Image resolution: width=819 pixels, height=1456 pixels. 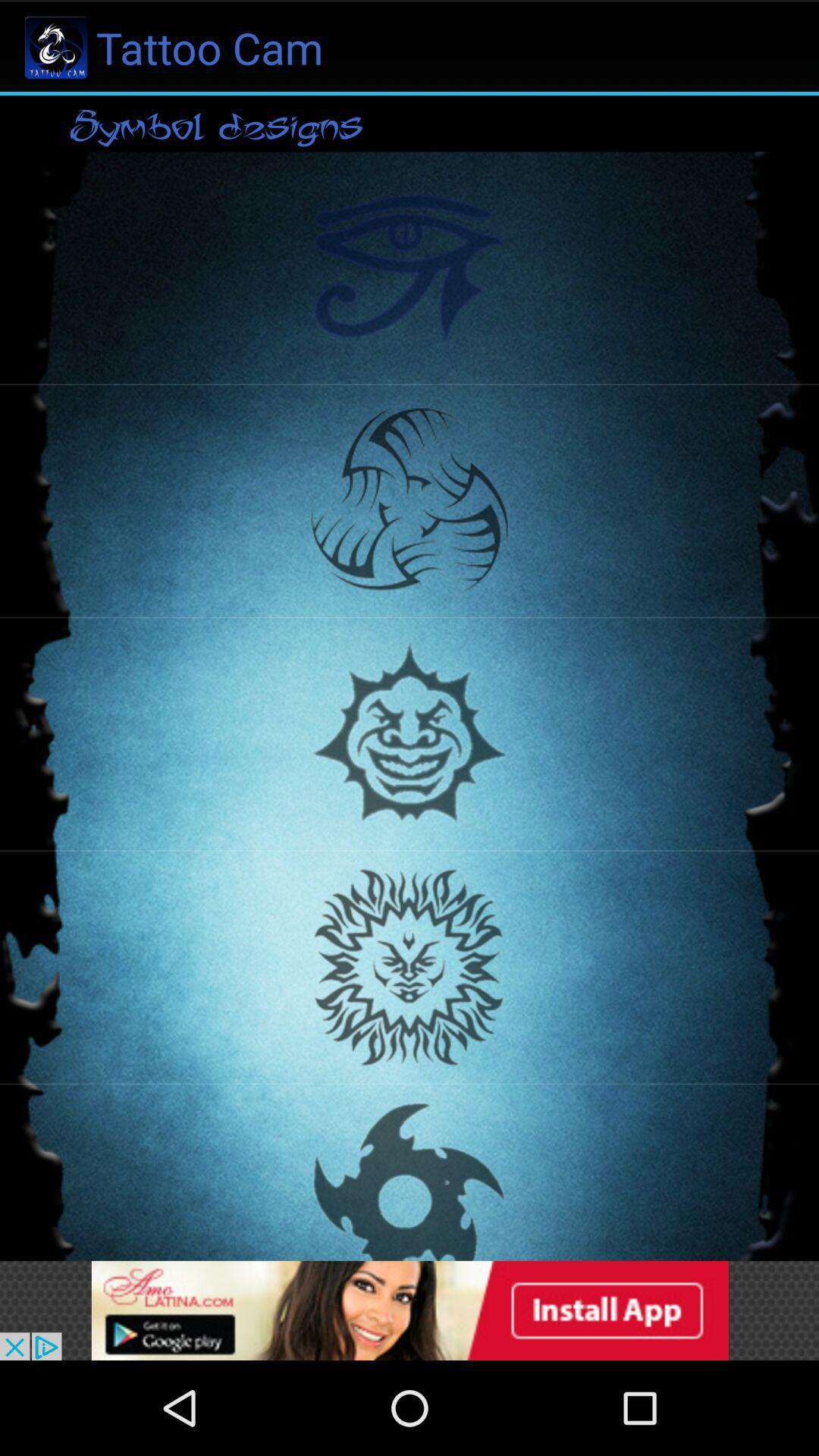 What do you see at coordinates (409, 1310) in the screenshot?
I see `tattoo cam` at bounding box center [409, 1310].